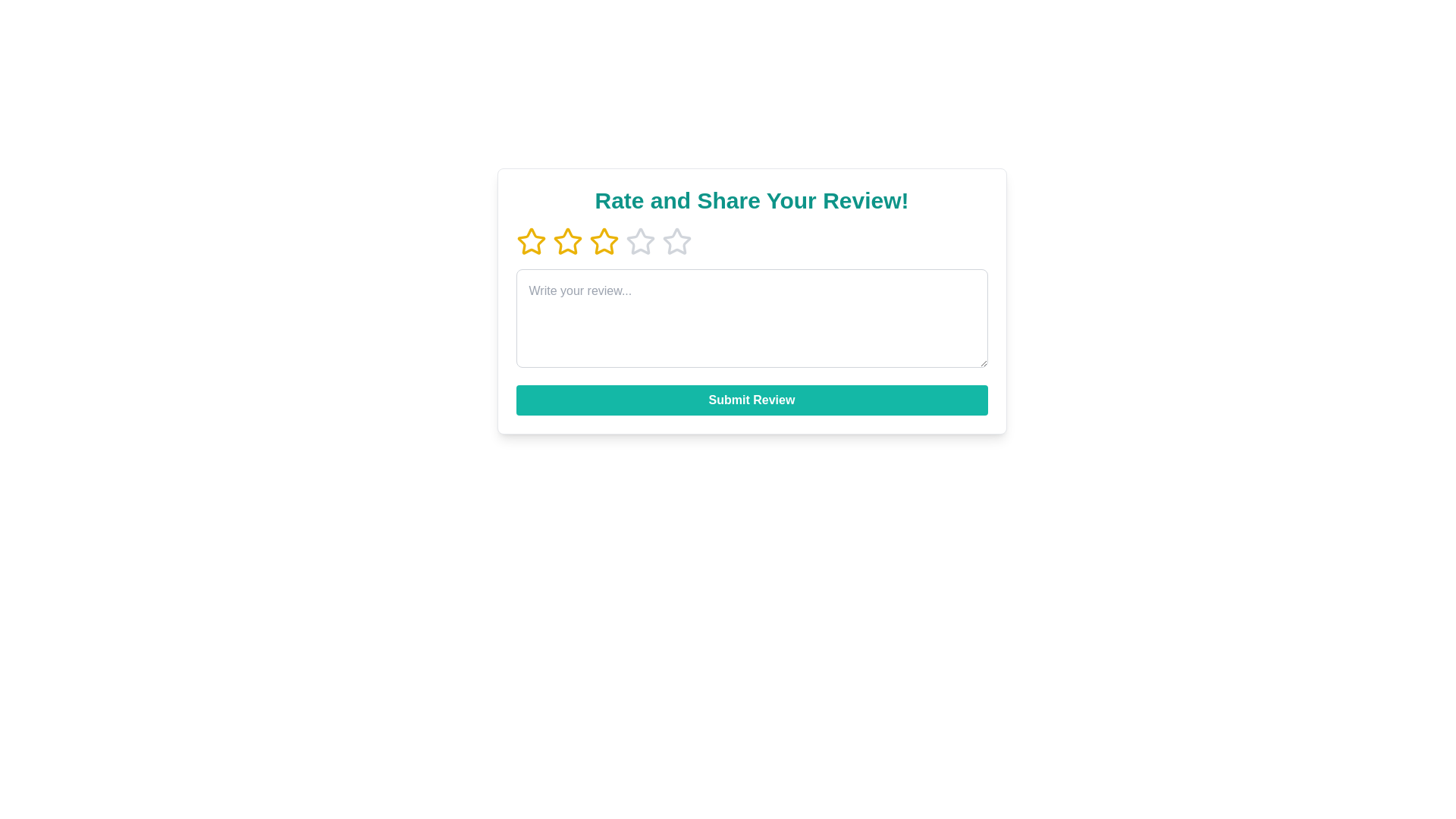  Describe the element at coordinates (603, 241) in the screenshot. I see `the movie rating to 3 stars by clicking the corresponding star` at that location.